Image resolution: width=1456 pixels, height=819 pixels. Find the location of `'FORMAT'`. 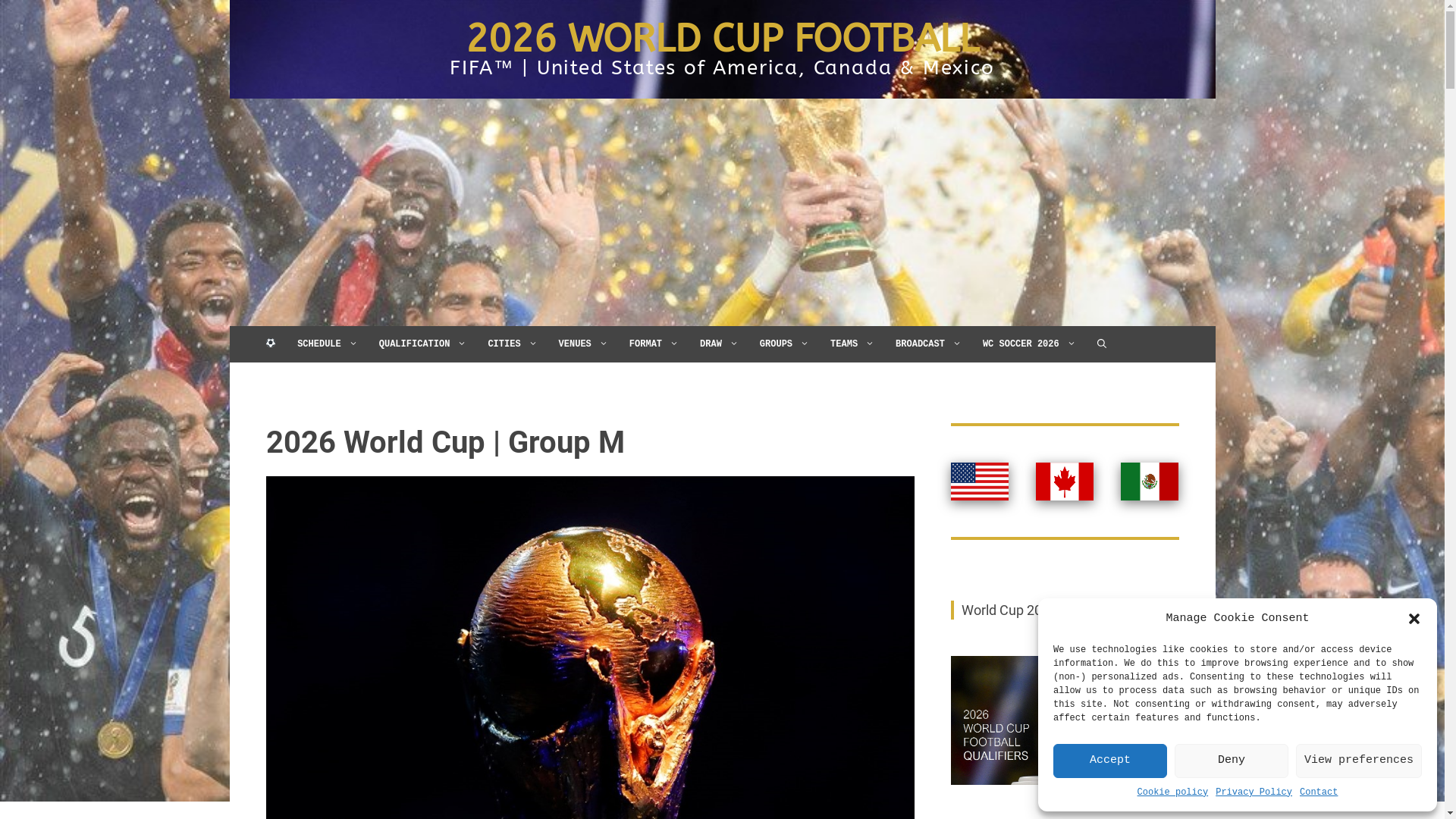

'FORMAT' is located at coordinates (654, 344).